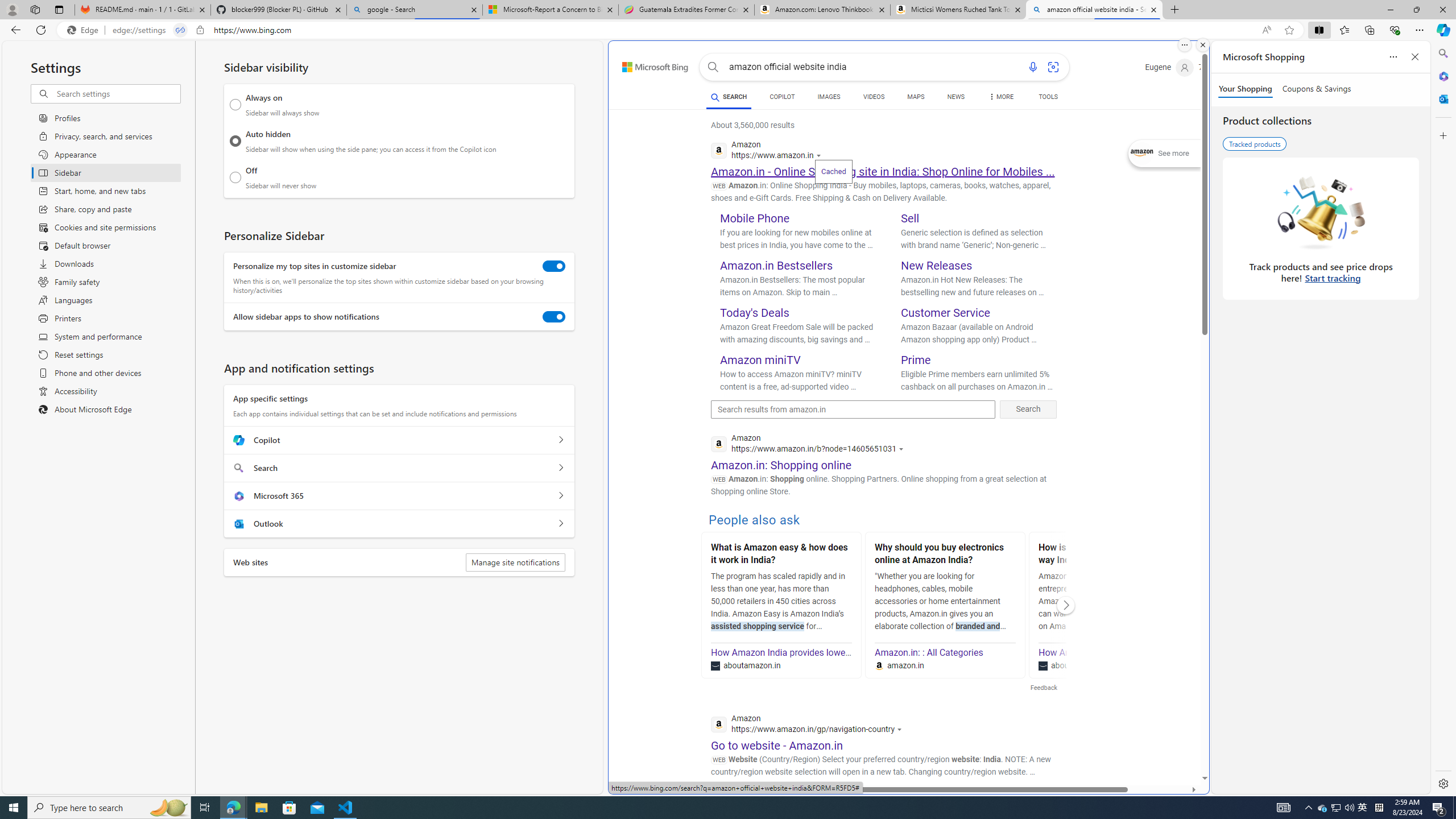  I want to click on 'NEWS', so click(955, 96).